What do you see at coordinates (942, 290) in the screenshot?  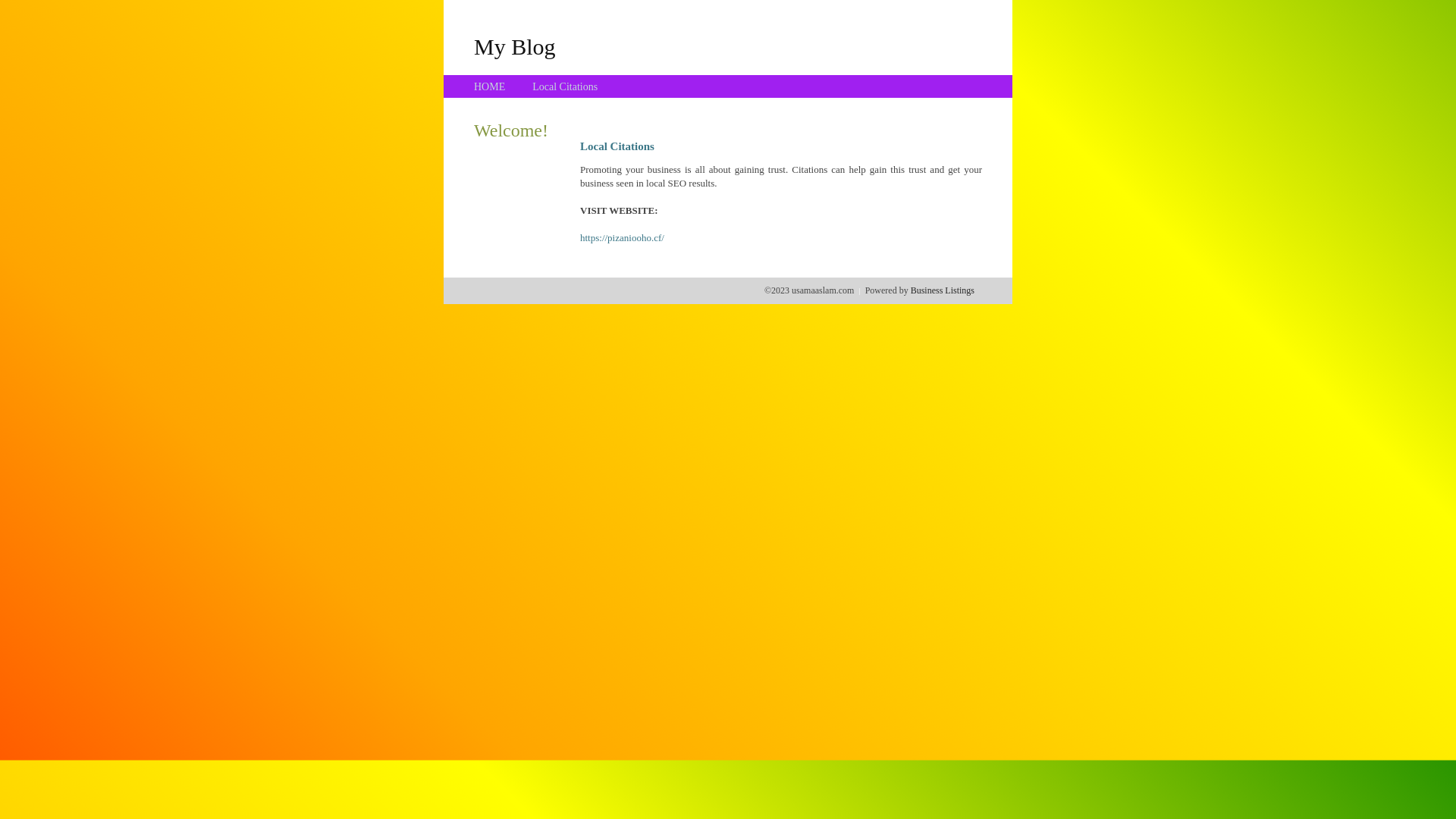 I see `'Business Listings'` at bounding box center [942, 290].